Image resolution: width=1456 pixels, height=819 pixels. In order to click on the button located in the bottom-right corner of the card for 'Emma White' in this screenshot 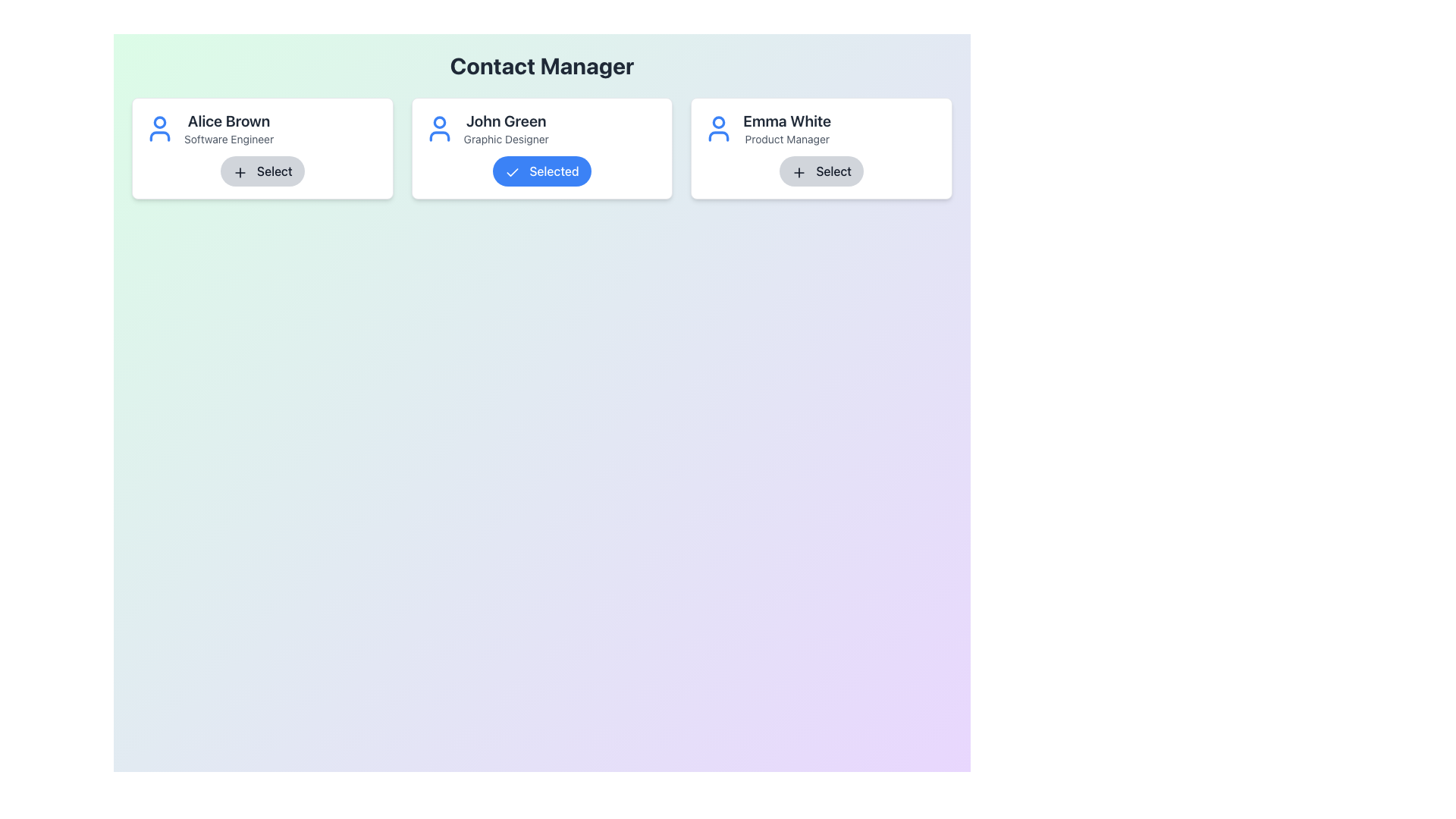, I will do `click(821, 171)`.